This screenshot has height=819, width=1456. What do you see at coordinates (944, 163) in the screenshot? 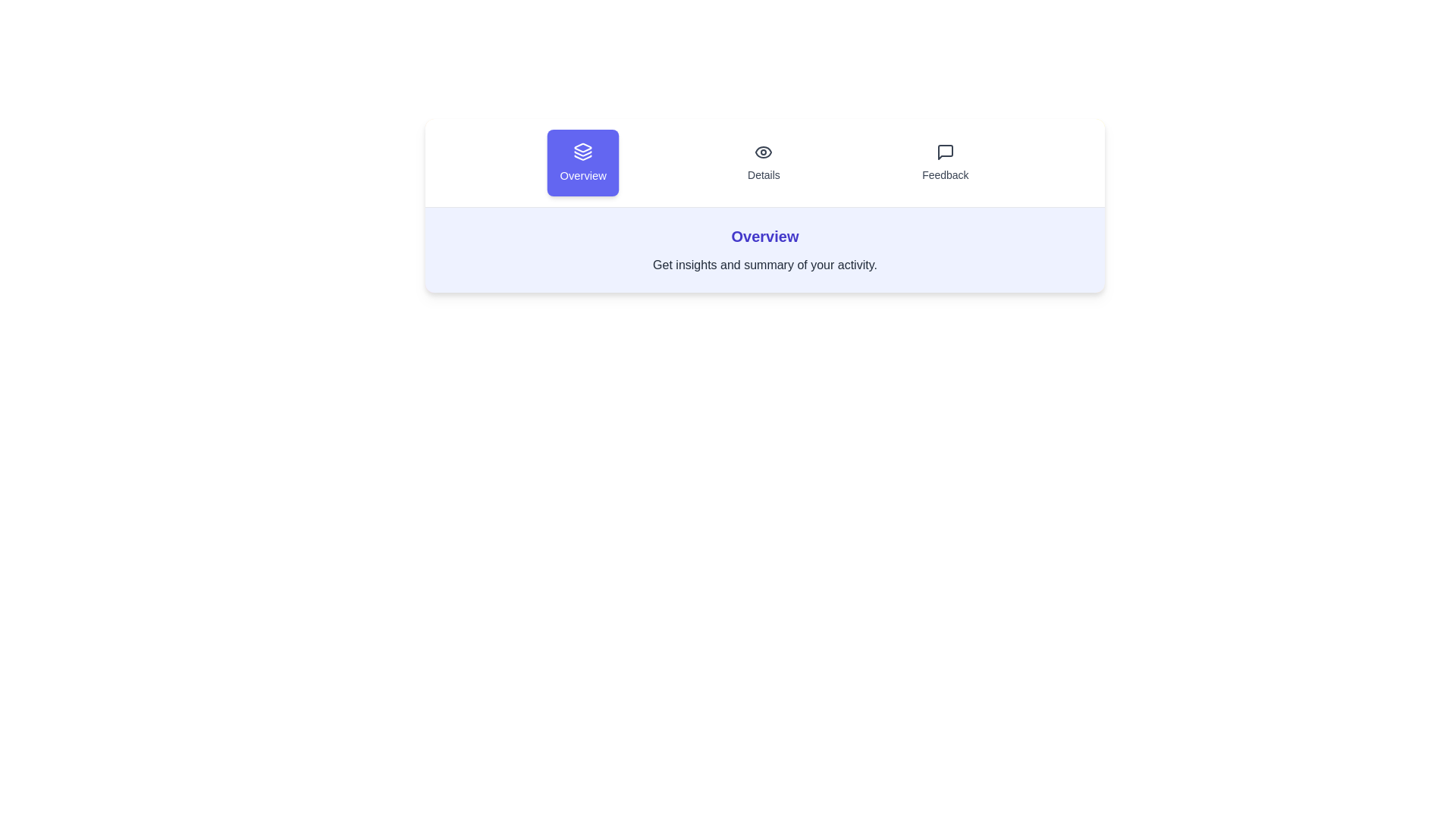
I see `the tab labeled Feedback` at bounding box center [944, 163].